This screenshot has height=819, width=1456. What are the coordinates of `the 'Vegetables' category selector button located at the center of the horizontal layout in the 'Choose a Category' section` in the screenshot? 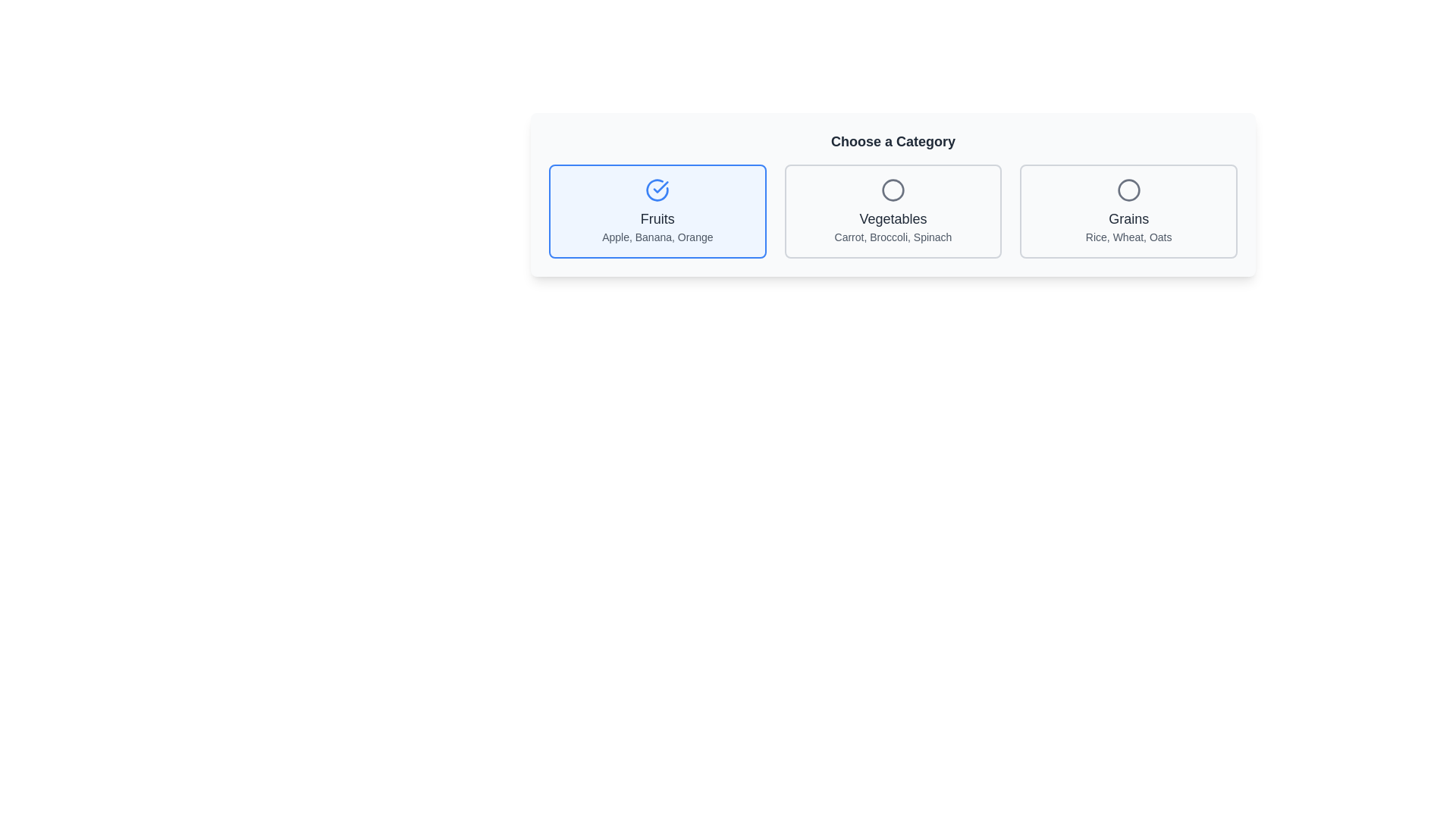 It's located at (893, 211).